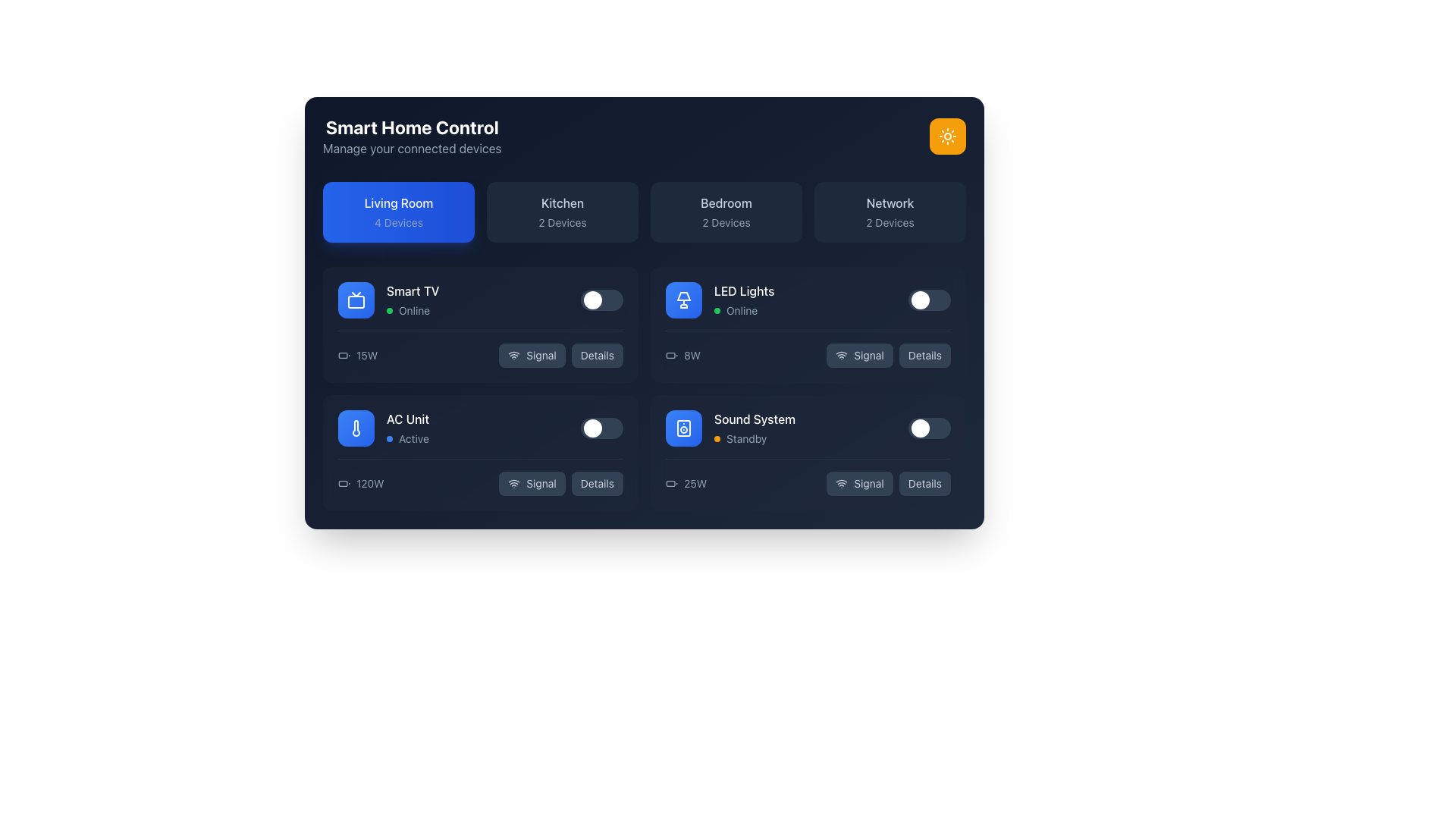 The height and width of the screenshot is (819, 1456). Describe the element at coordinates (414, 438) in the screenshot. I see `the 'Active' label, which is styled in slate gray and positioned next to a blue circular indicator within the 'AC Unit' card in the 'Living Room' section` at that location.